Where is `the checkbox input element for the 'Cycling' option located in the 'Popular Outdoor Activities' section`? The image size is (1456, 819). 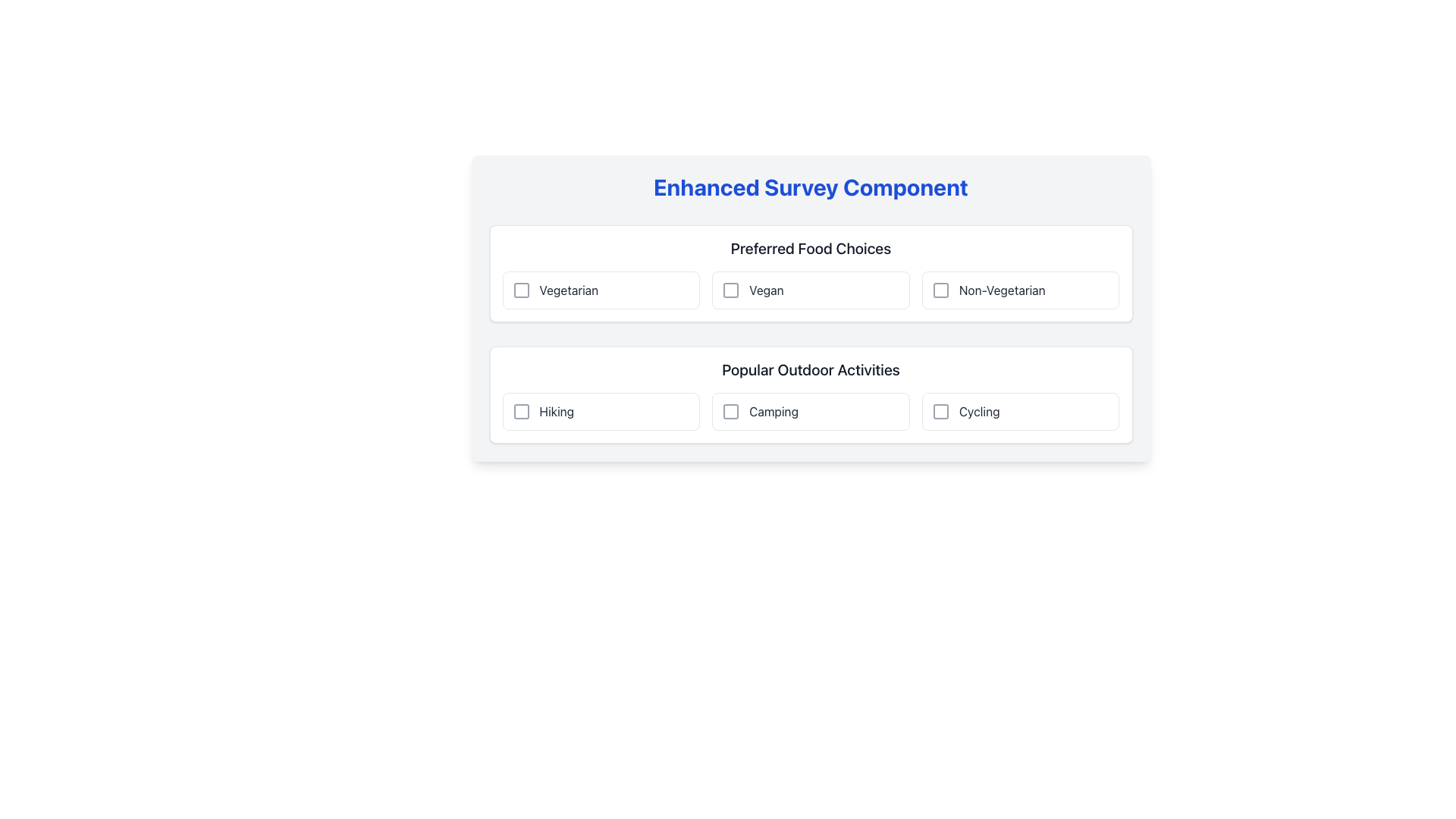 the checkbox input element for the 'Cycling' option located in the 'Popular Outdoor Activities' section is located at coordinates (940, 412).